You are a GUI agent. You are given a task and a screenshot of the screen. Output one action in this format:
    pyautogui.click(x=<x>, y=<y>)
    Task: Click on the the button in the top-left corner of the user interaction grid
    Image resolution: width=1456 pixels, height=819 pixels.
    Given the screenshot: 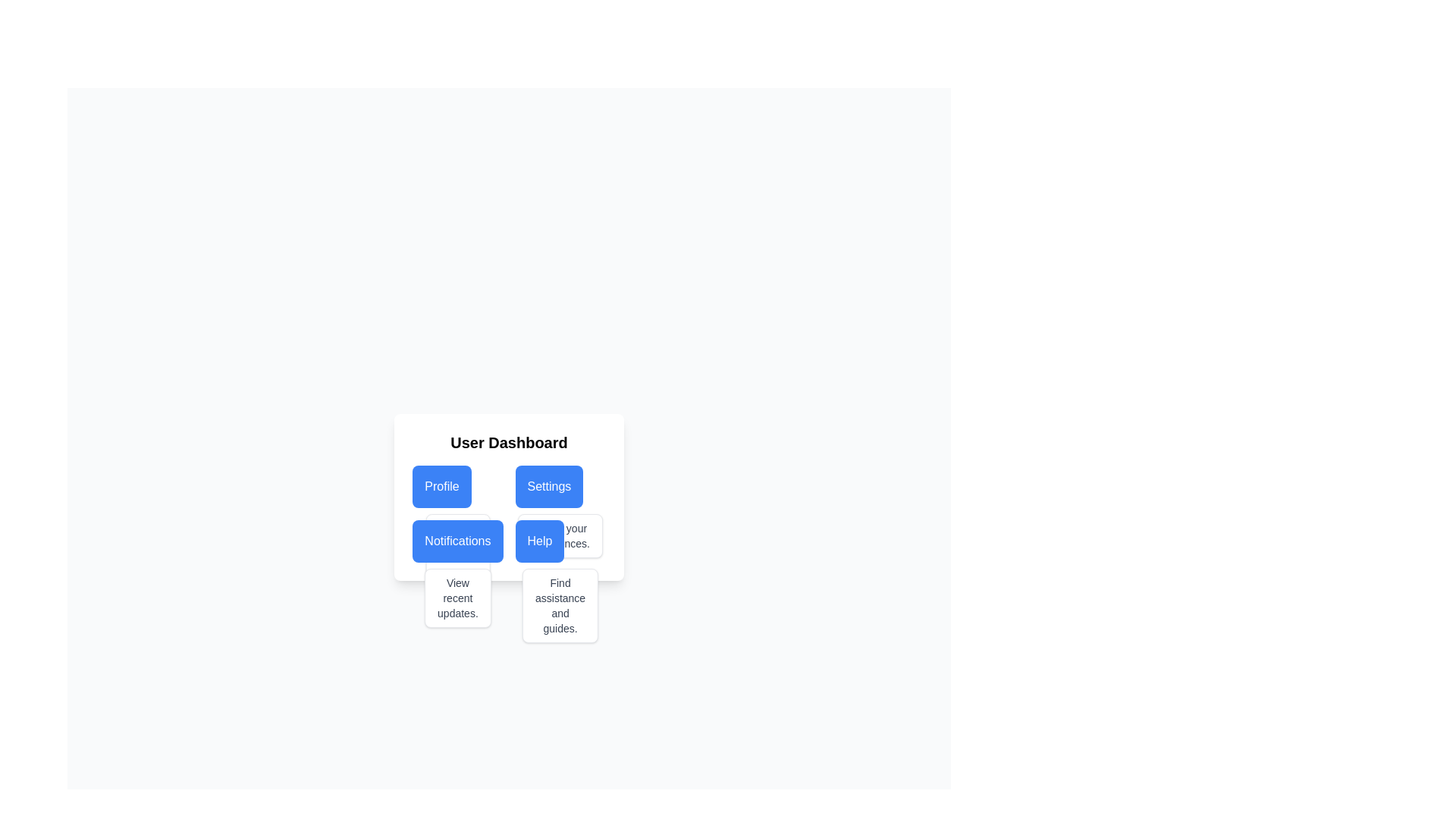 What is the action you would take?
    pyautogui.click(x=441, y=486)
    